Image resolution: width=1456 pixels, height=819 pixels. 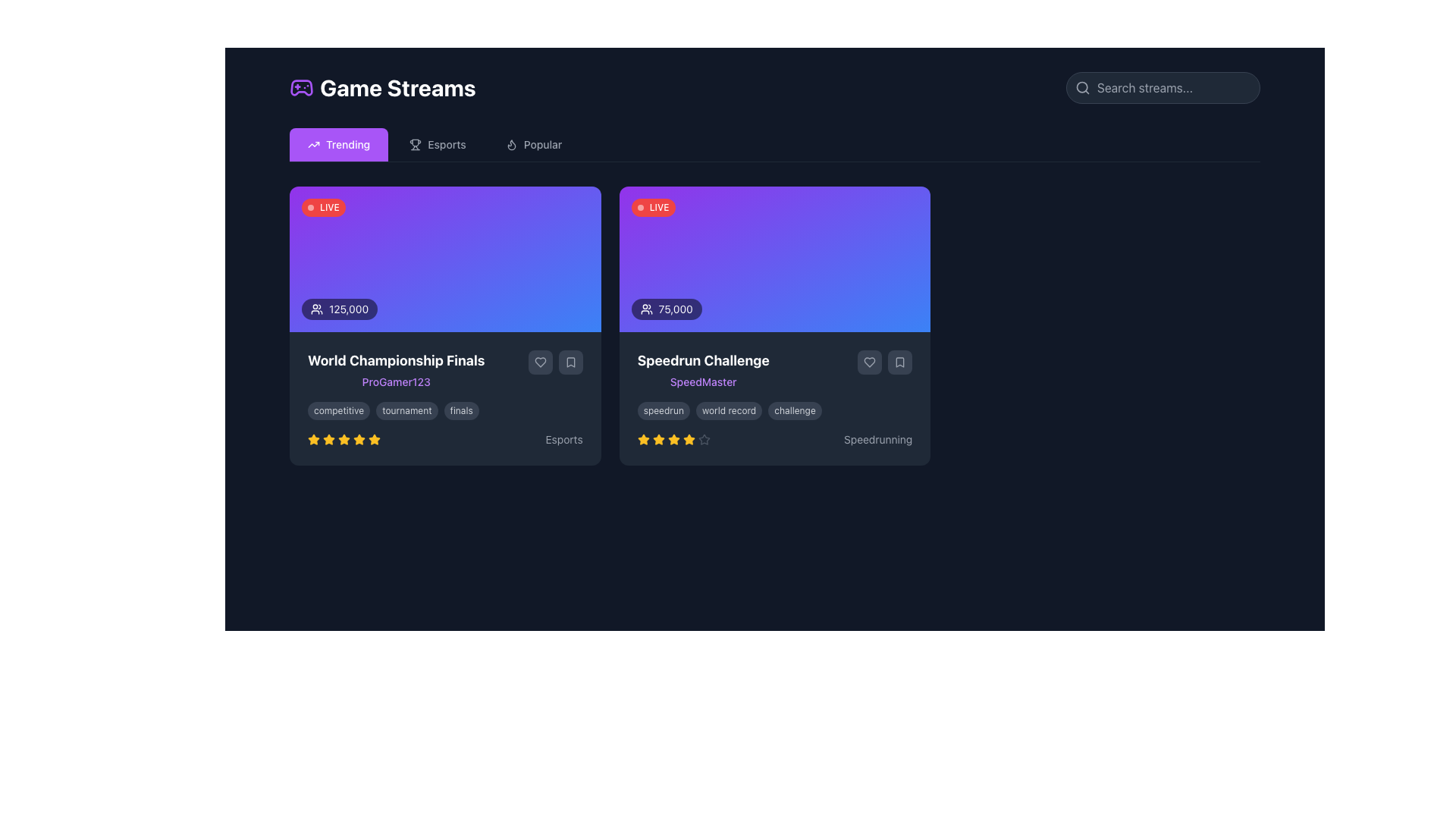 What do you see at coordinates (673, 439) in the screenshot?
I see `the third golden star icon in the horizontal arrangement of five stars located below the 'Speedrun Challenge' section` at bounding box center [673, 439].